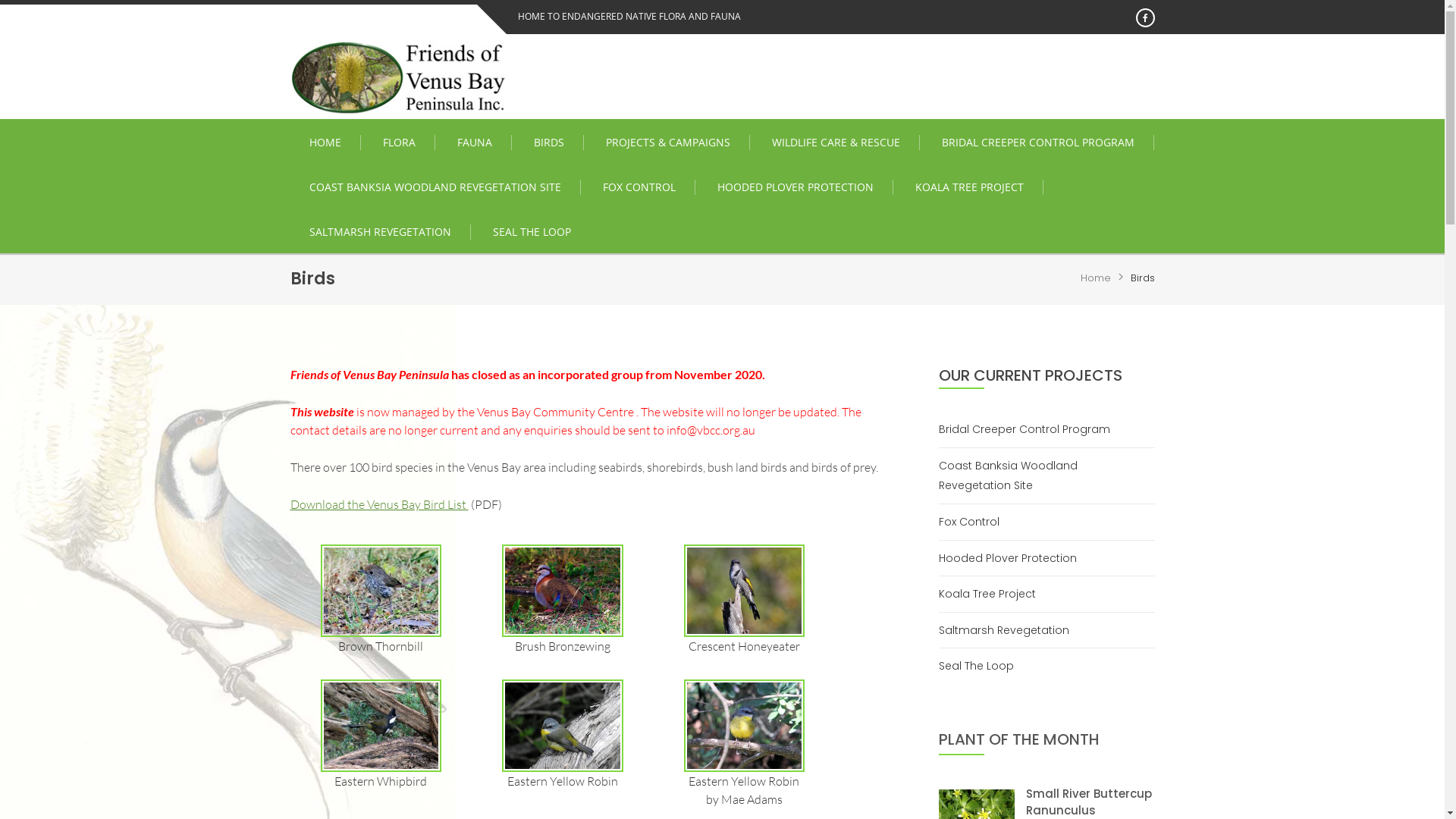 This screenshot has height=819, width=1456. What do you see at coordinates (290, 143) in the screenshot?
I see `'HOME'` at bounding box center [290, 143].